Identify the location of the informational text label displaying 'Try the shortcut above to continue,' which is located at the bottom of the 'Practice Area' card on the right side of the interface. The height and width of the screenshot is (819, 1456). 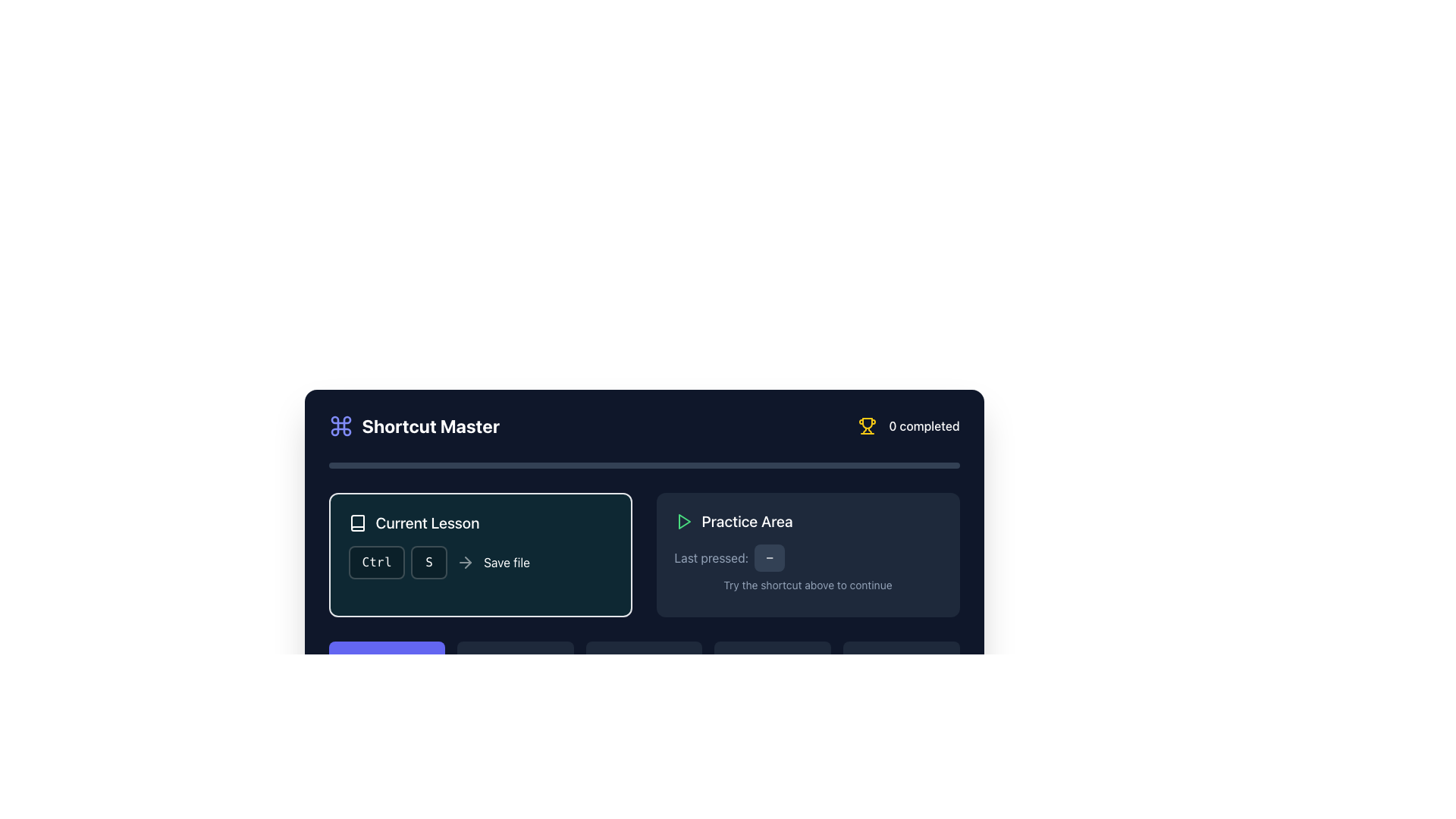
(807, 584).